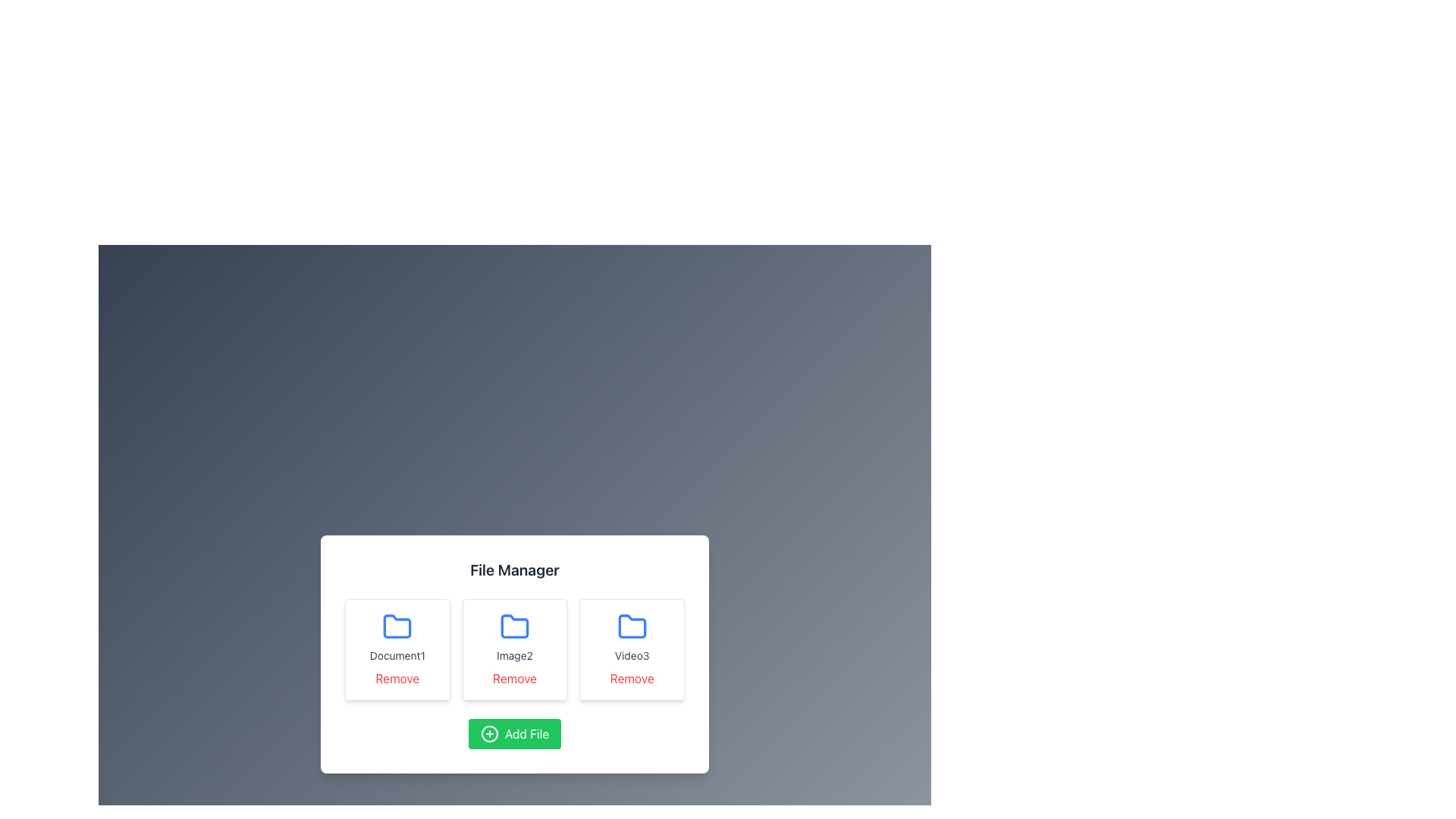 This screenshot has height=819, width=1456. What do you see at coordinates (514, 677) in the screenshot?
I see `the remove button located directly below the 'Image2' text component` at bounding box center [514, 677].